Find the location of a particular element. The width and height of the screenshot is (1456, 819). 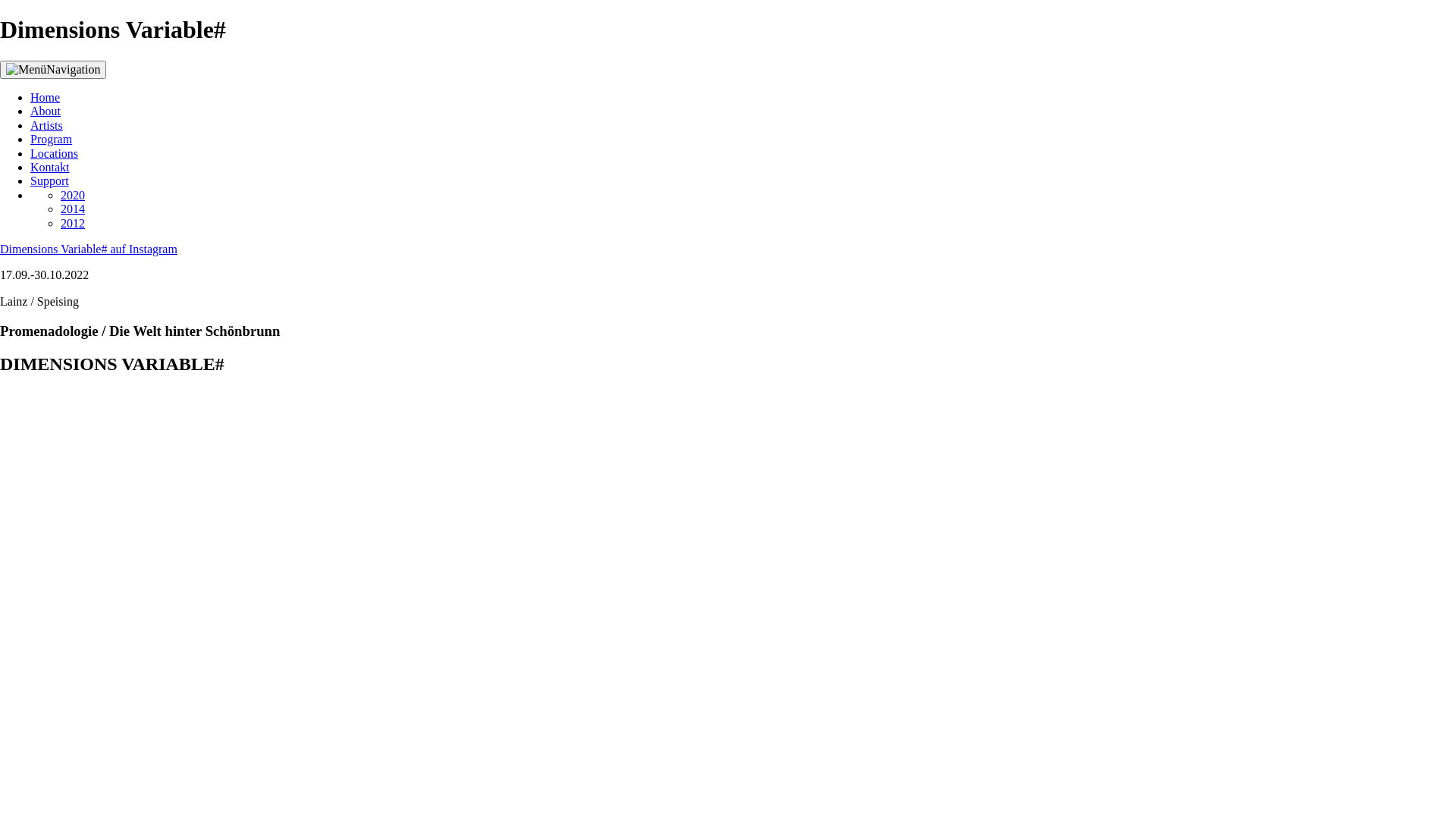

'Kontakt' is located at coordinates (50, 167).